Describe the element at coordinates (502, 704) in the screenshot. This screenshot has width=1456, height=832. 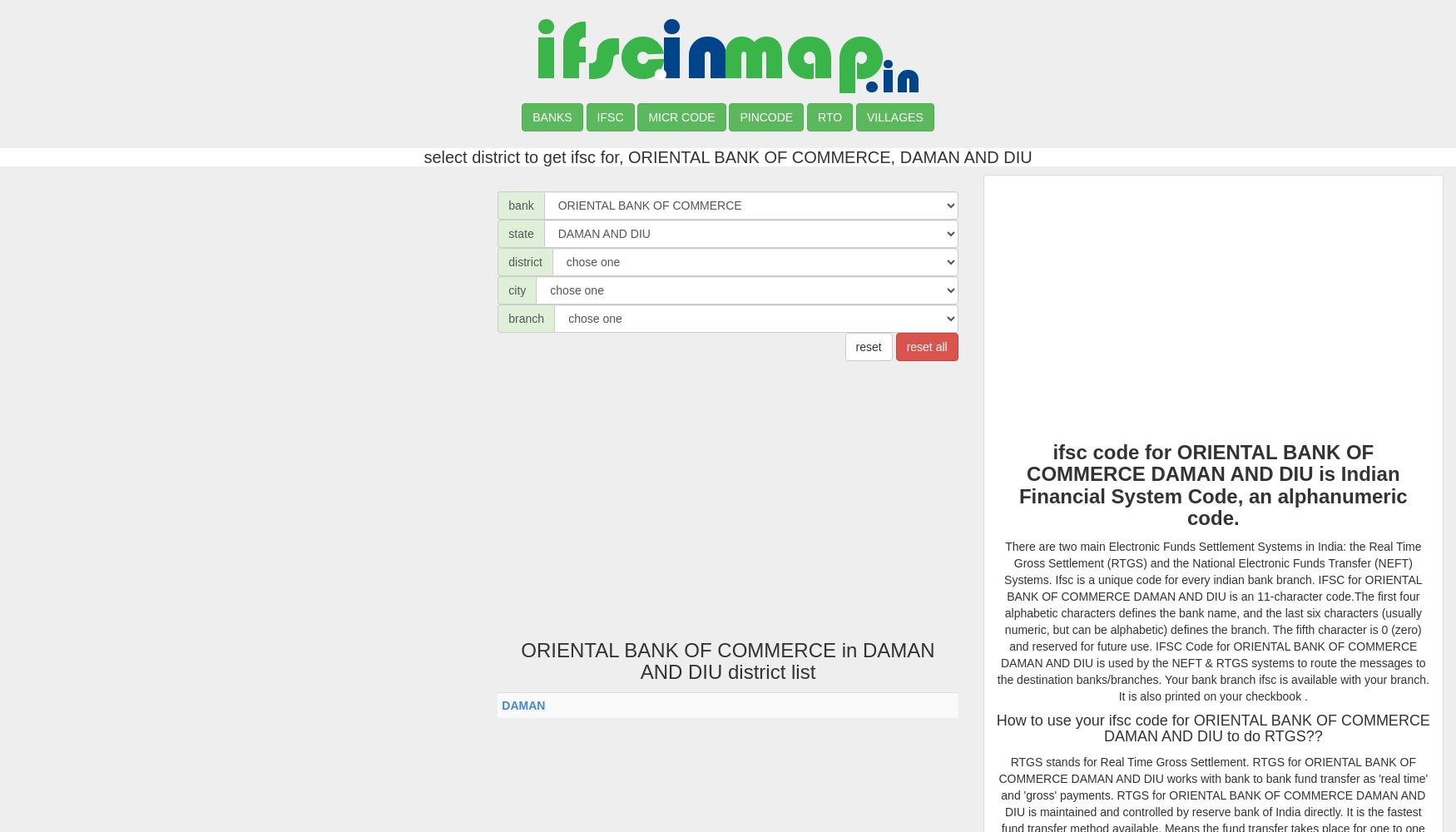
I see `'DAMAN'` at that location.